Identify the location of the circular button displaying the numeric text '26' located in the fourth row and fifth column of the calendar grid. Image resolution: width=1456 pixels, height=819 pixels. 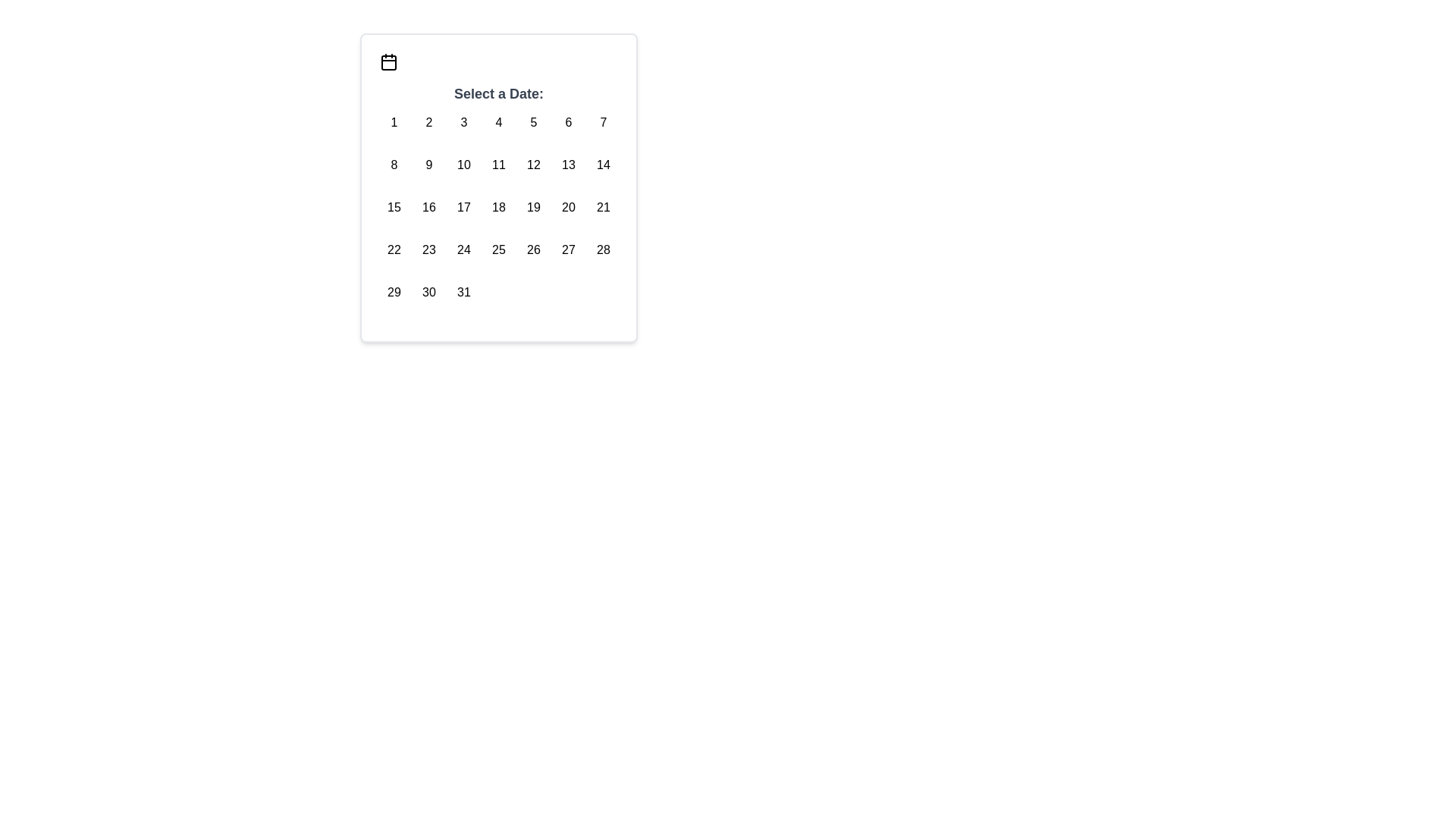
(534, 249).